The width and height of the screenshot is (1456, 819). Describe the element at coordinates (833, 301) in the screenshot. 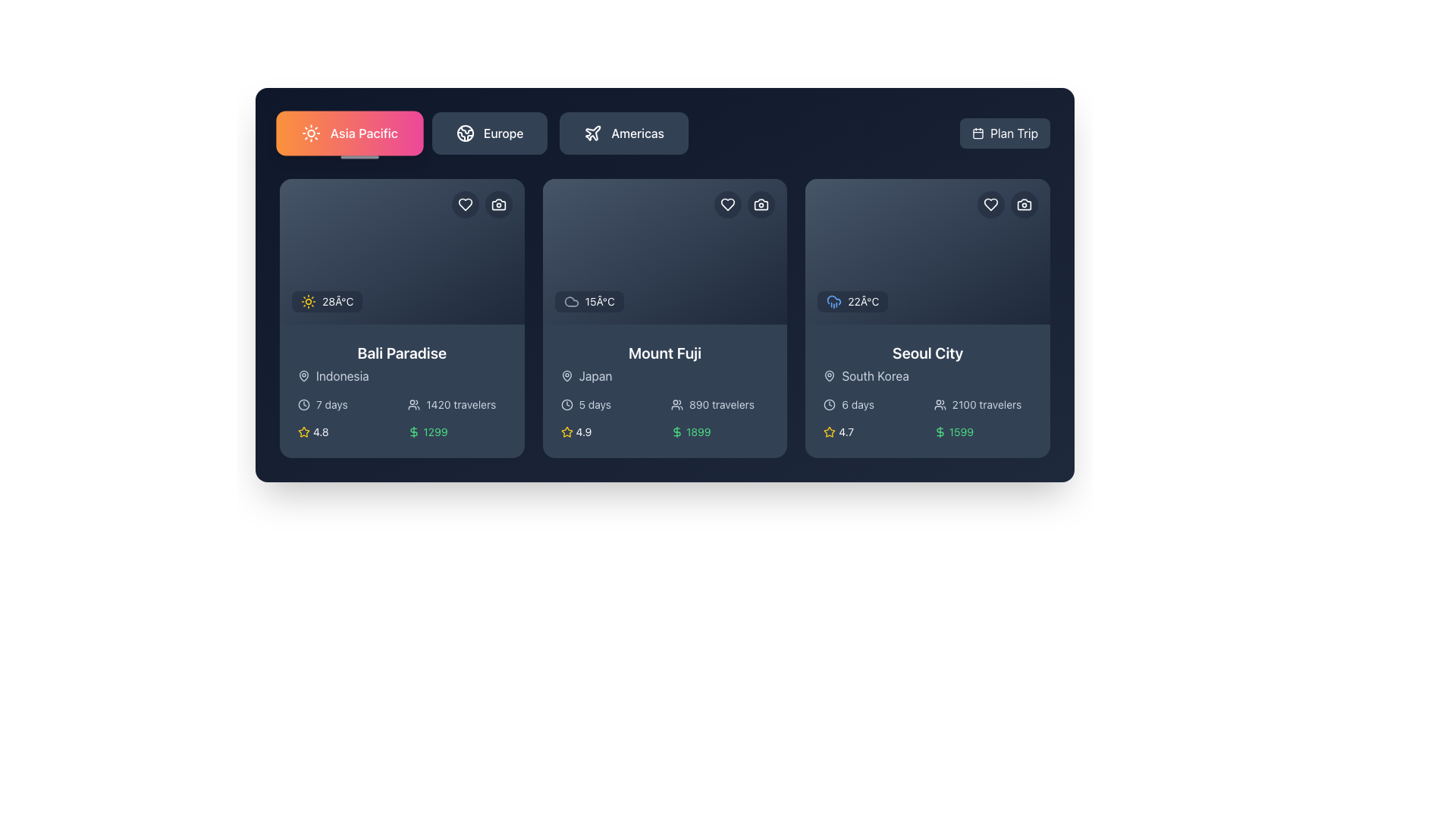

I see `the weather condition icon representing rain for the Seoul City destination, located in the top-left corner of the Seoul City card, adjacent to the text '22°C'` at that location.